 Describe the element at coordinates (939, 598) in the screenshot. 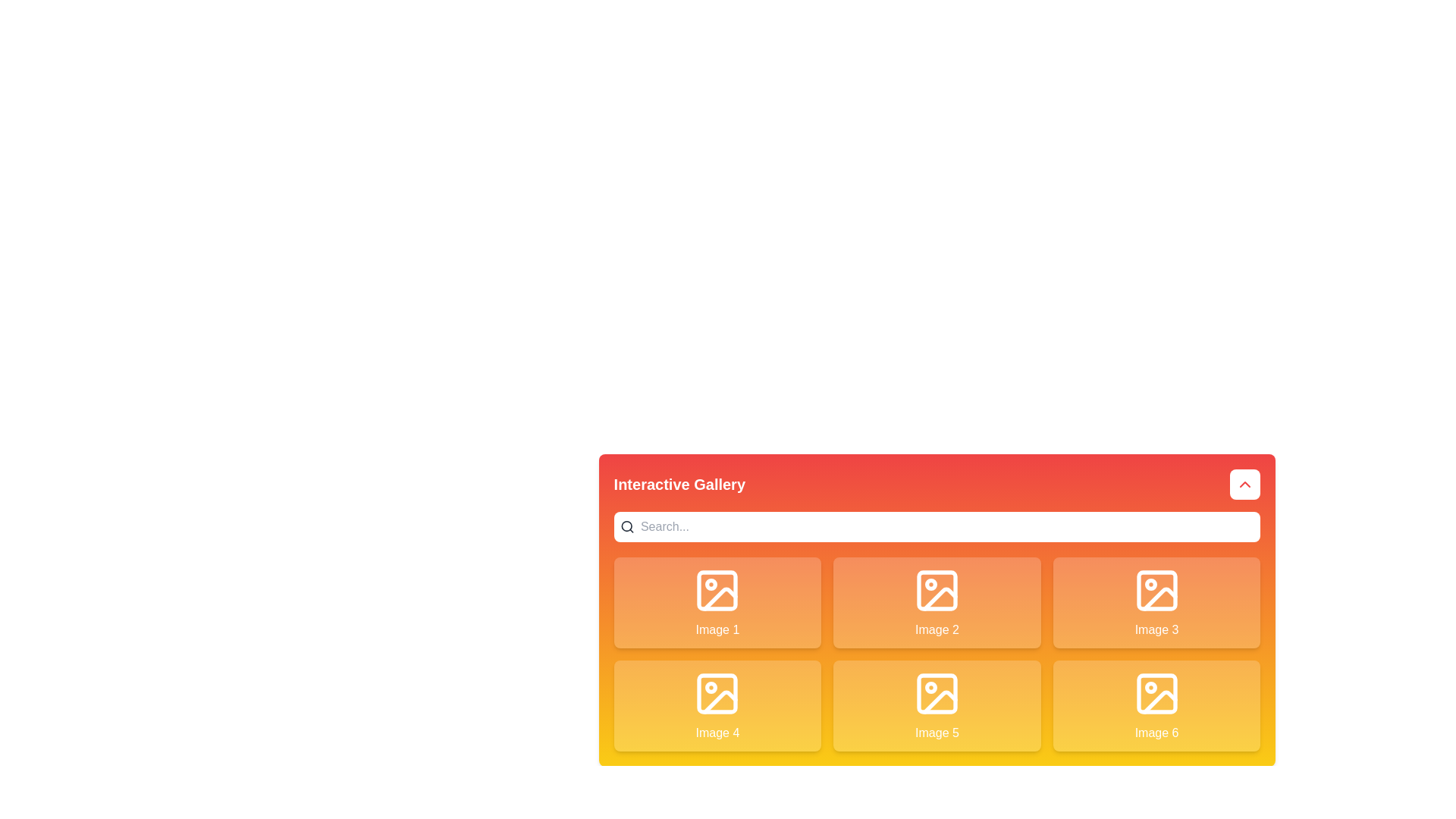

I see `the orange gradient square-shaped icon with a slanted line and triangle, located in the second box of the first row of the grid below the search bar` at that location.